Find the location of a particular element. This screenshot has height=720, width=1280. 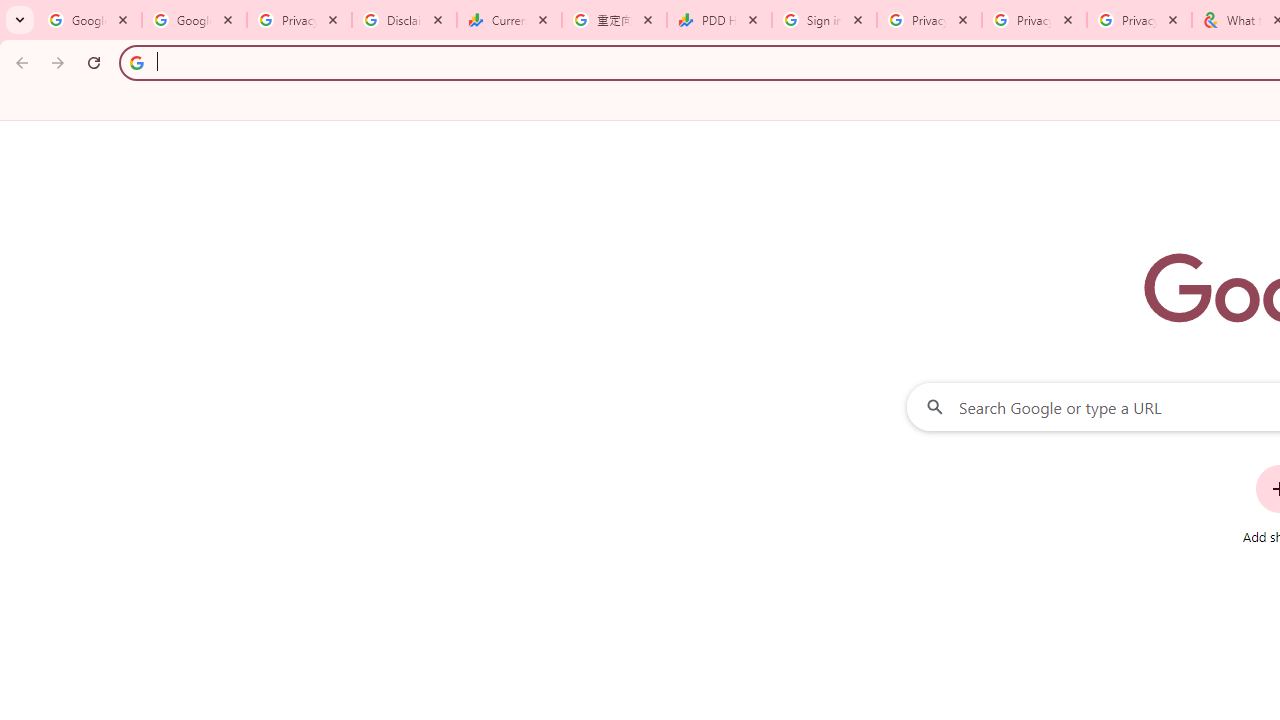

'Google Workspace Admin Community' is located at coordinates (88, 20).